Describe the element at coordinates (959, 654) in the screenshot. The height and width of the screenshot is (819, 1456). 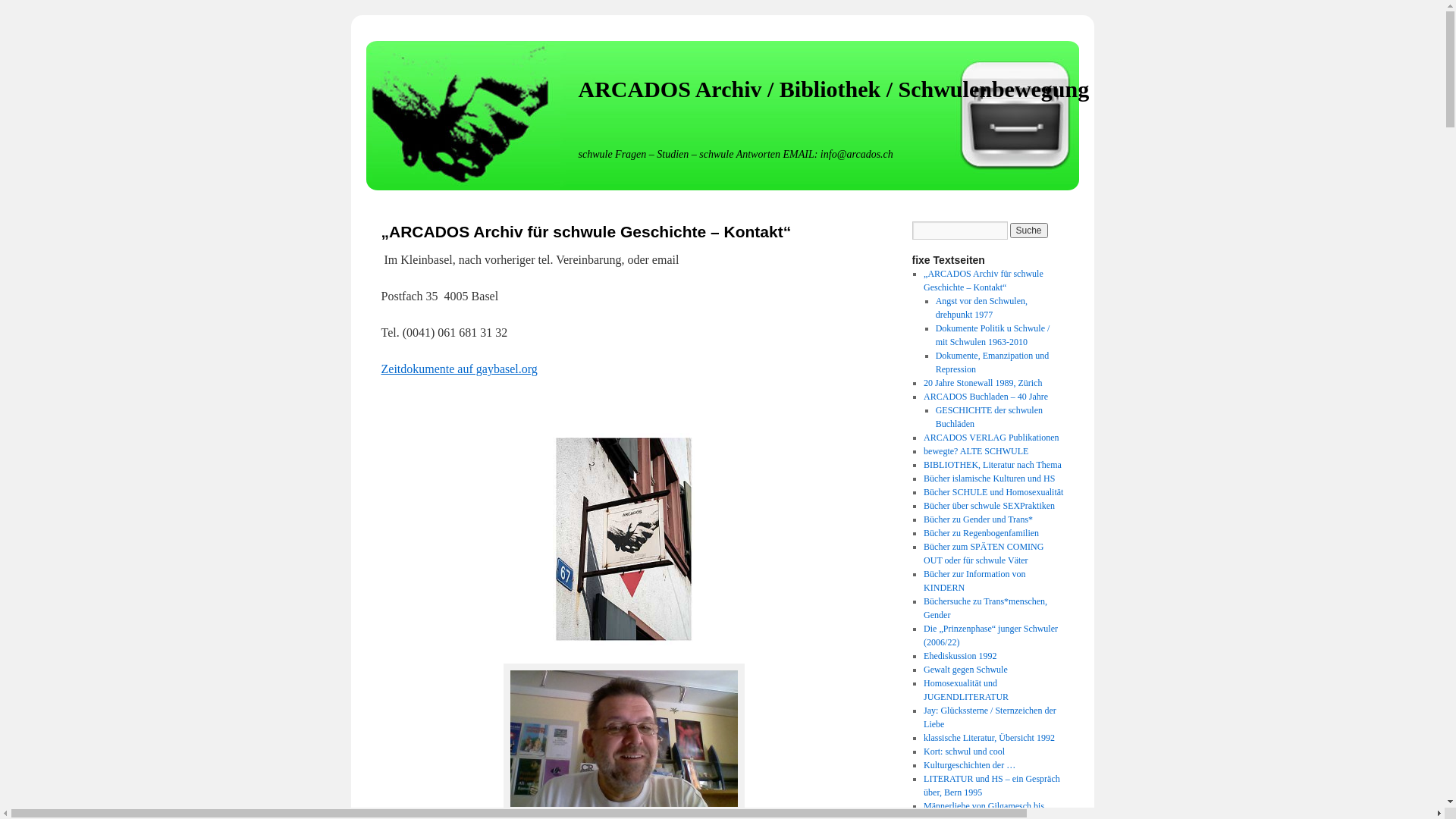
I see `'Ehediskussion 1992'` at that location.